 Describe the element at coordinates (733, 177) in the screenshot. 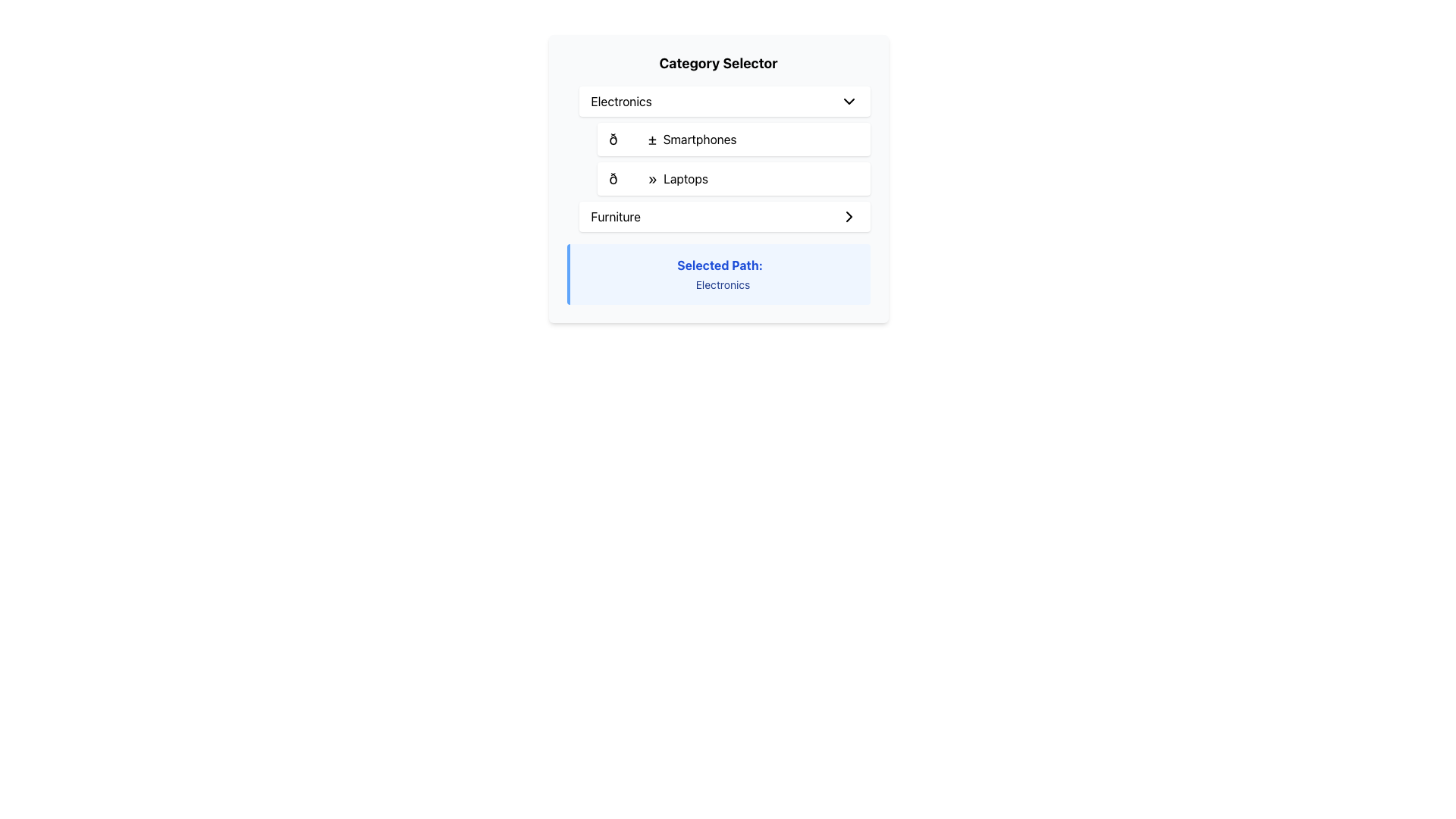

I see `the 'Laptops' category option in the 'Category Selector' menu` at that location.